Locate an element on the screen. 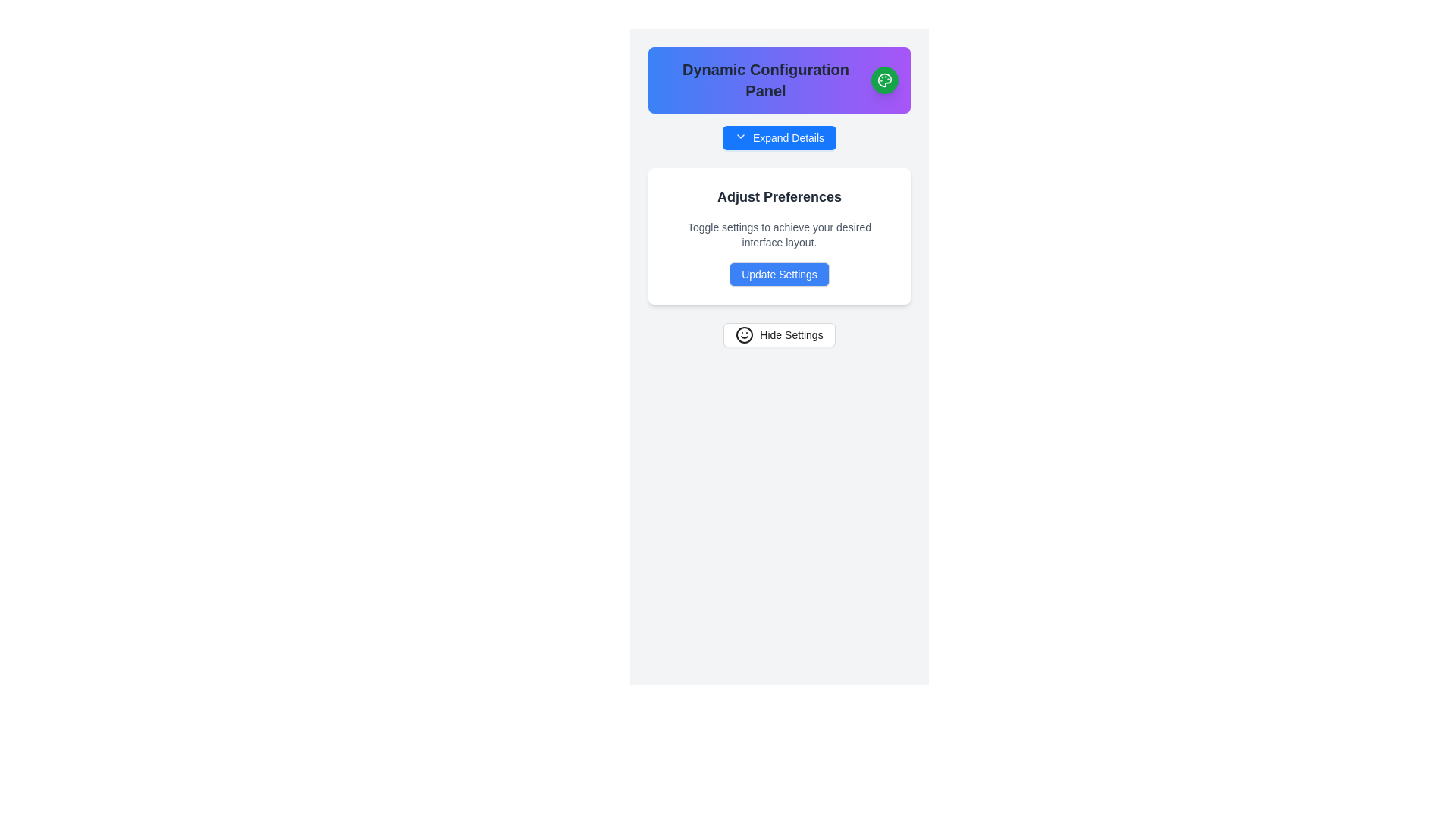  the 'Update Settings' button located beneath the 'Adjust Preferences' heading is located at coordinates (779, 275).